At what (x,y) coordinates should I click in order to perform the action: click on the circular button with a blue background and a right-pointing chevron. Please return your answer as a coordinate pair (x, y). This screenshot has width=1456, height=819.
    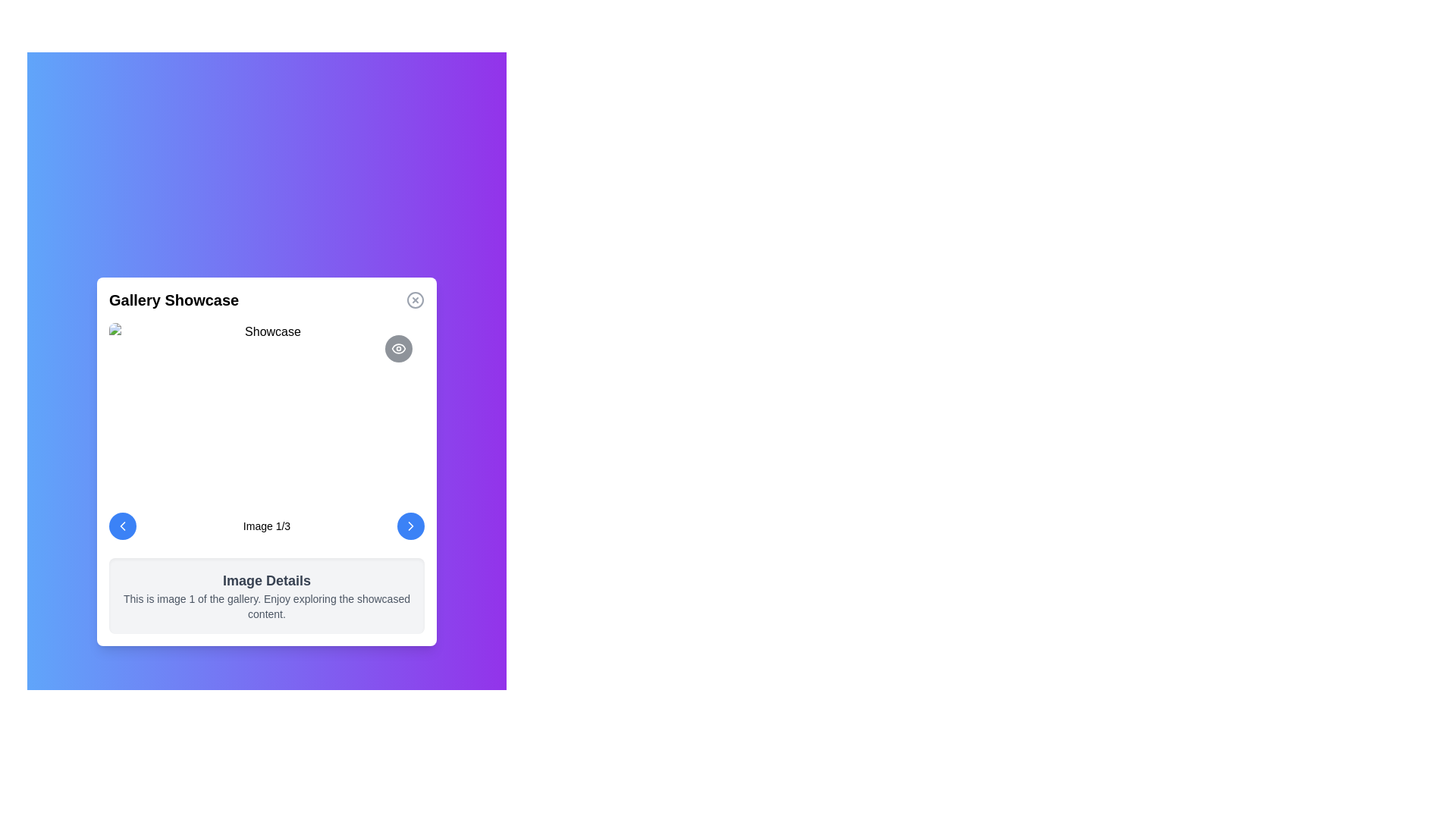
    Looking at the image, I should click on (411, 526).